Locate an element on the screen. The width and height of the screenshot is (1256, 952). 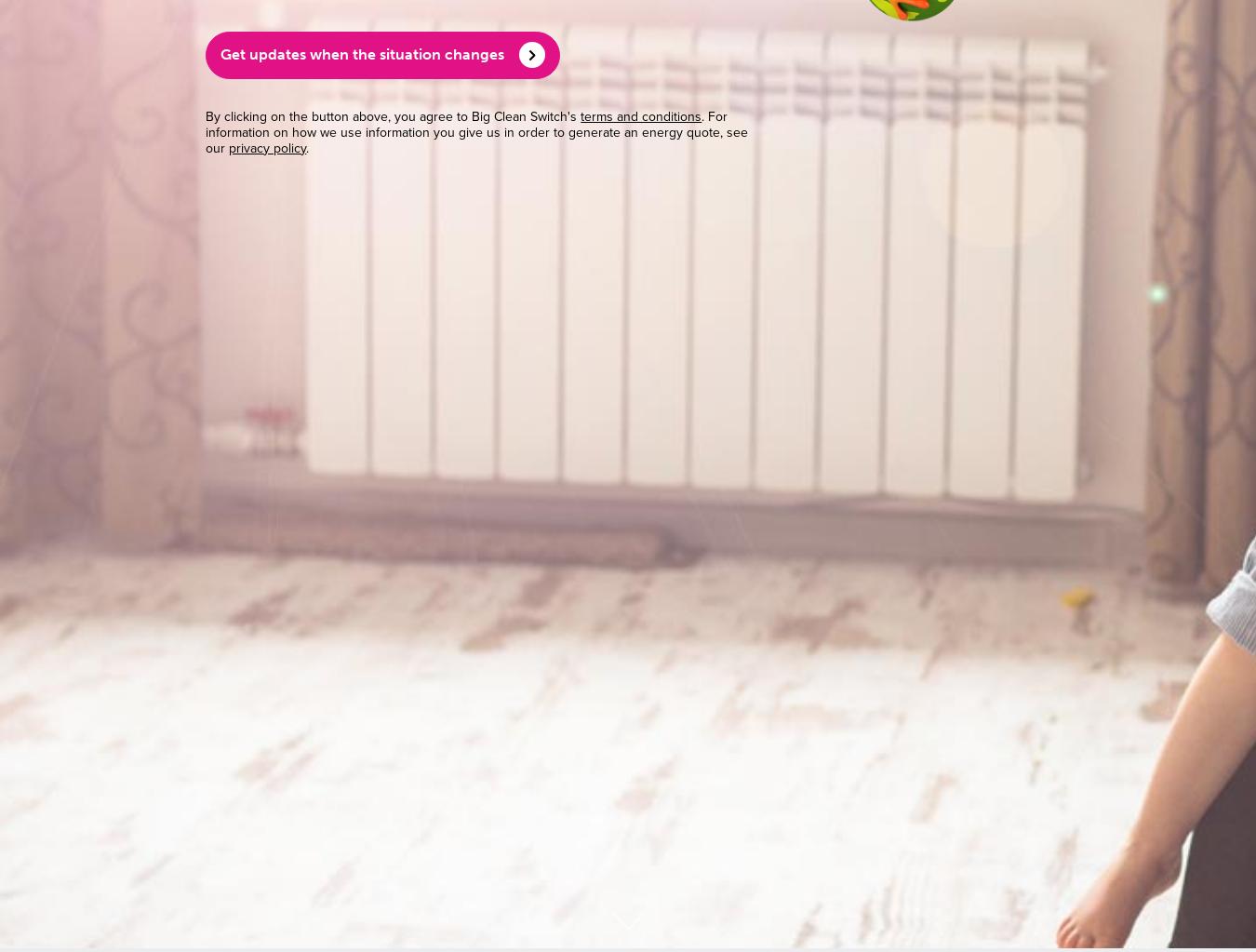
'The world’s first green energy company. Offering 100% renewable electricity from the wind and sun and carbon neutralised gas.' is located at coordinates (627, 106).